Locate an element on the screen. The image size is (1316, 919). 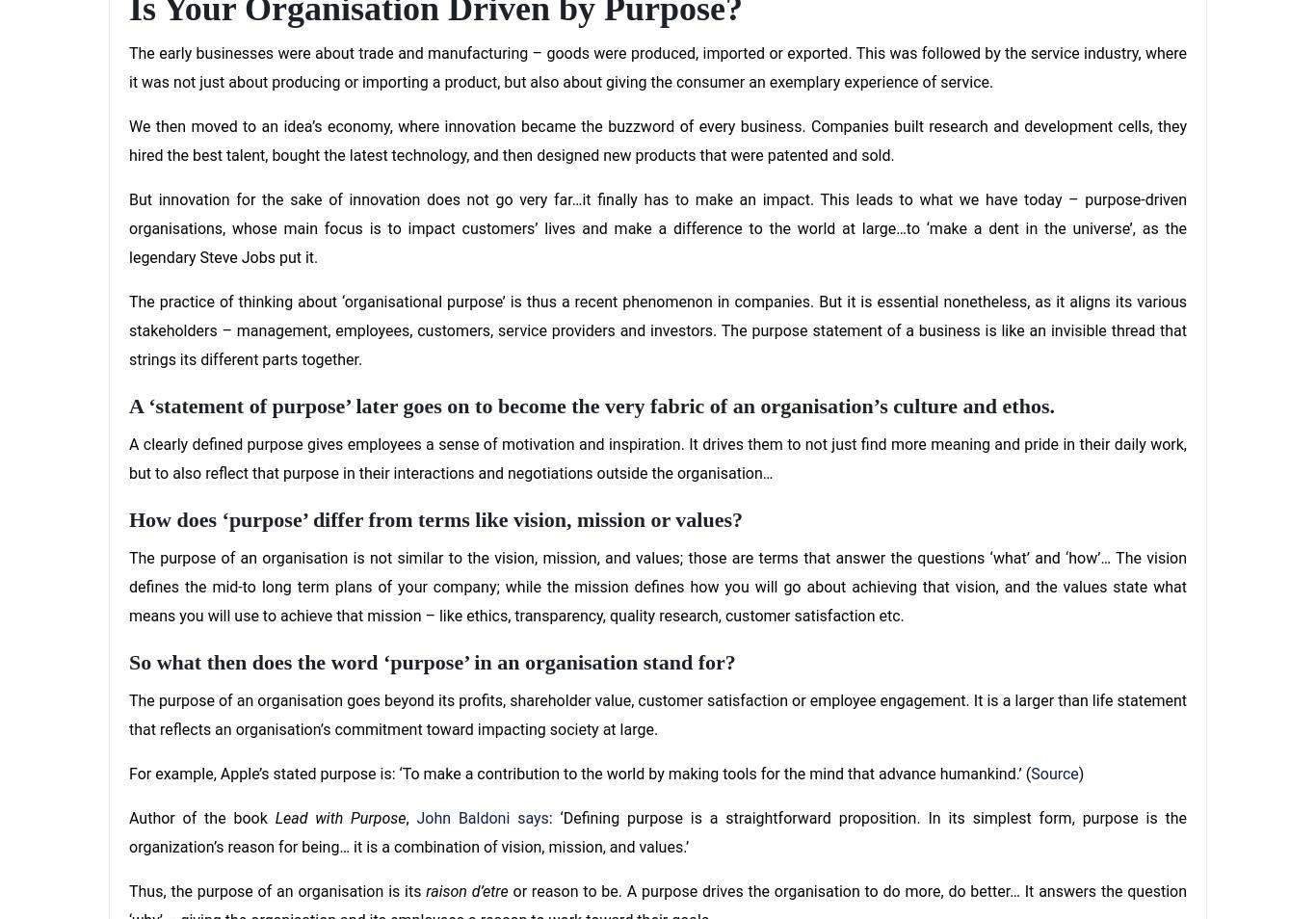
'Source' is located at coordinates (1053, 773).